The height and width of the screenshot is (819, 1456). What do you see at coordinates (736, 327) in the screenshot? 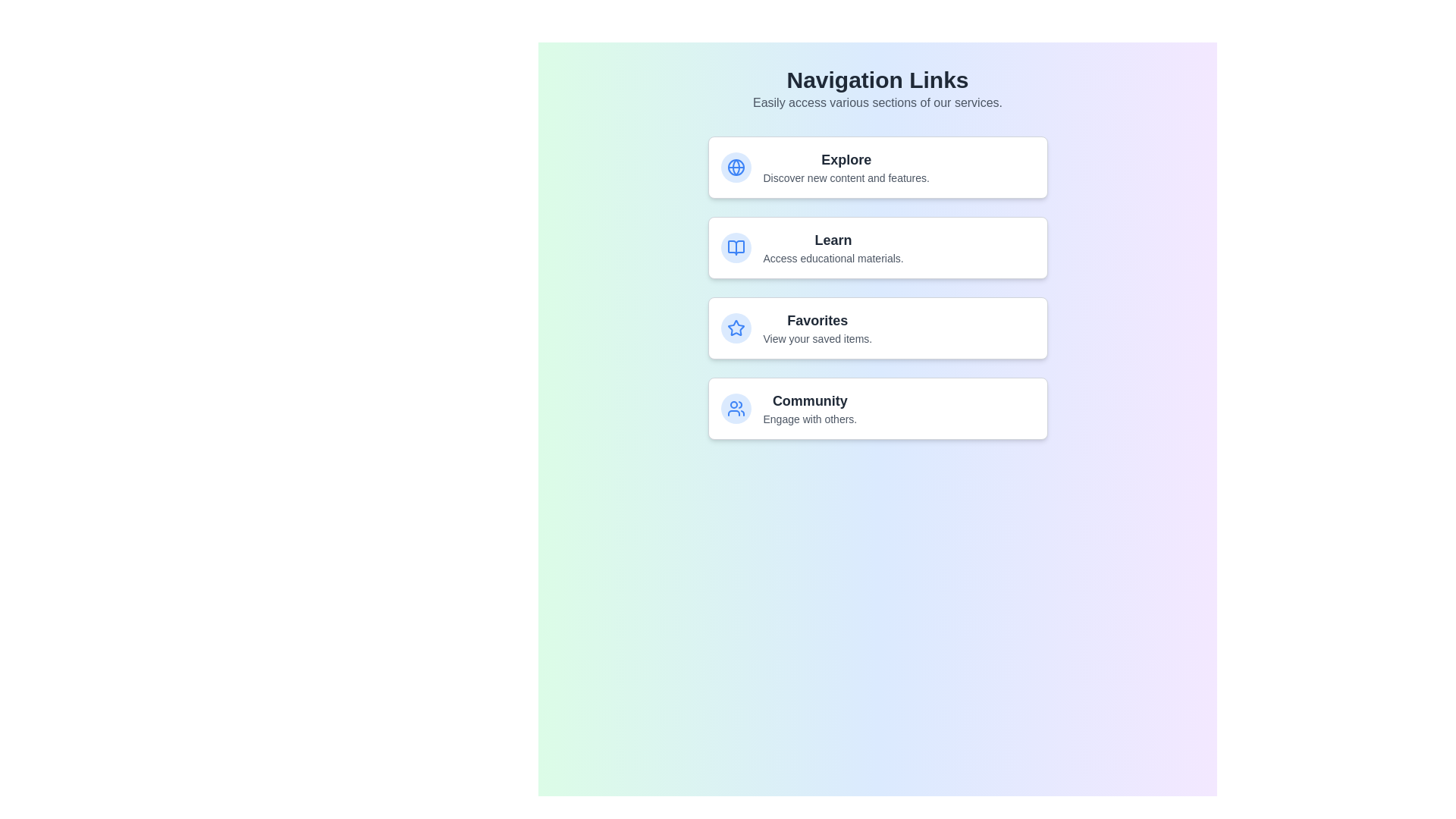
I see `the star-shaped vector icon, which serves as the 'Favorites' indicator, located under the 'Favorites' label in the vertical navigation list` at bounding box center [736, 327].